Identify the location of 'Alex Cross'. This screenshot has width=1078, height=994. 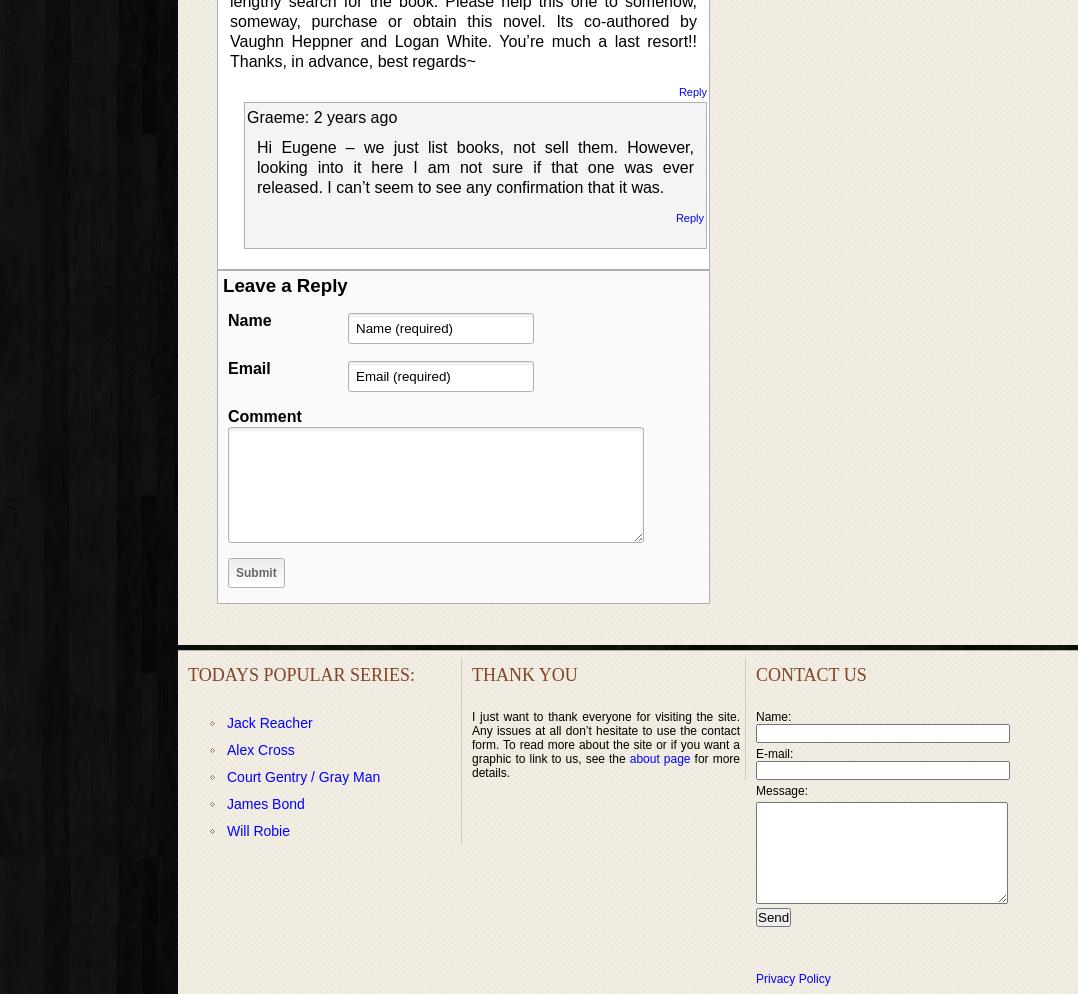
(259, 748).